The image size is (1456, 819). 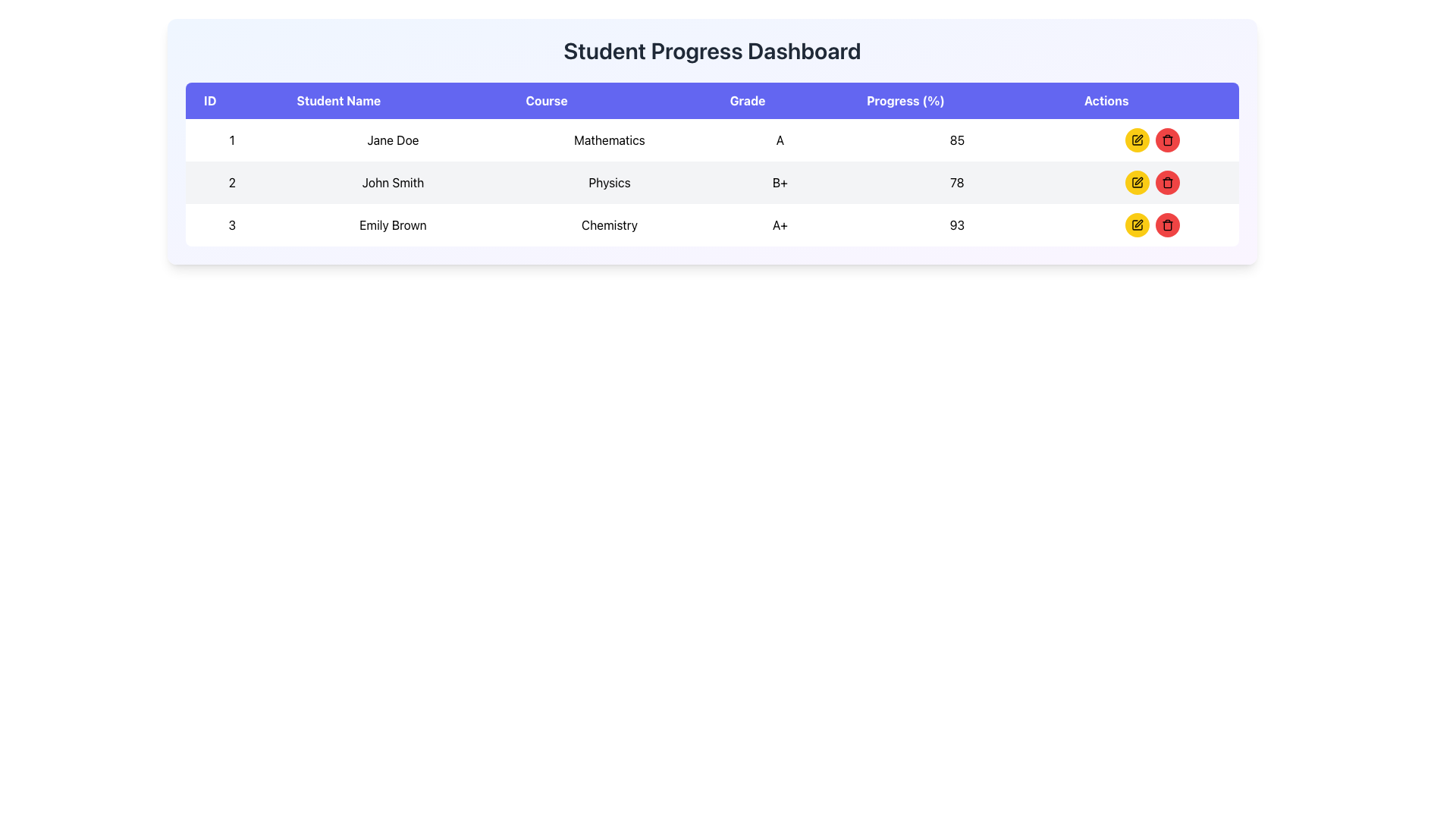 What do you see at coordinates (1166, 181) in the screenshot?
I see `the red circular button with a trash can icon located in the 'Actions' column for the row of 'John Smith'` at bounding box center [1166, 181].